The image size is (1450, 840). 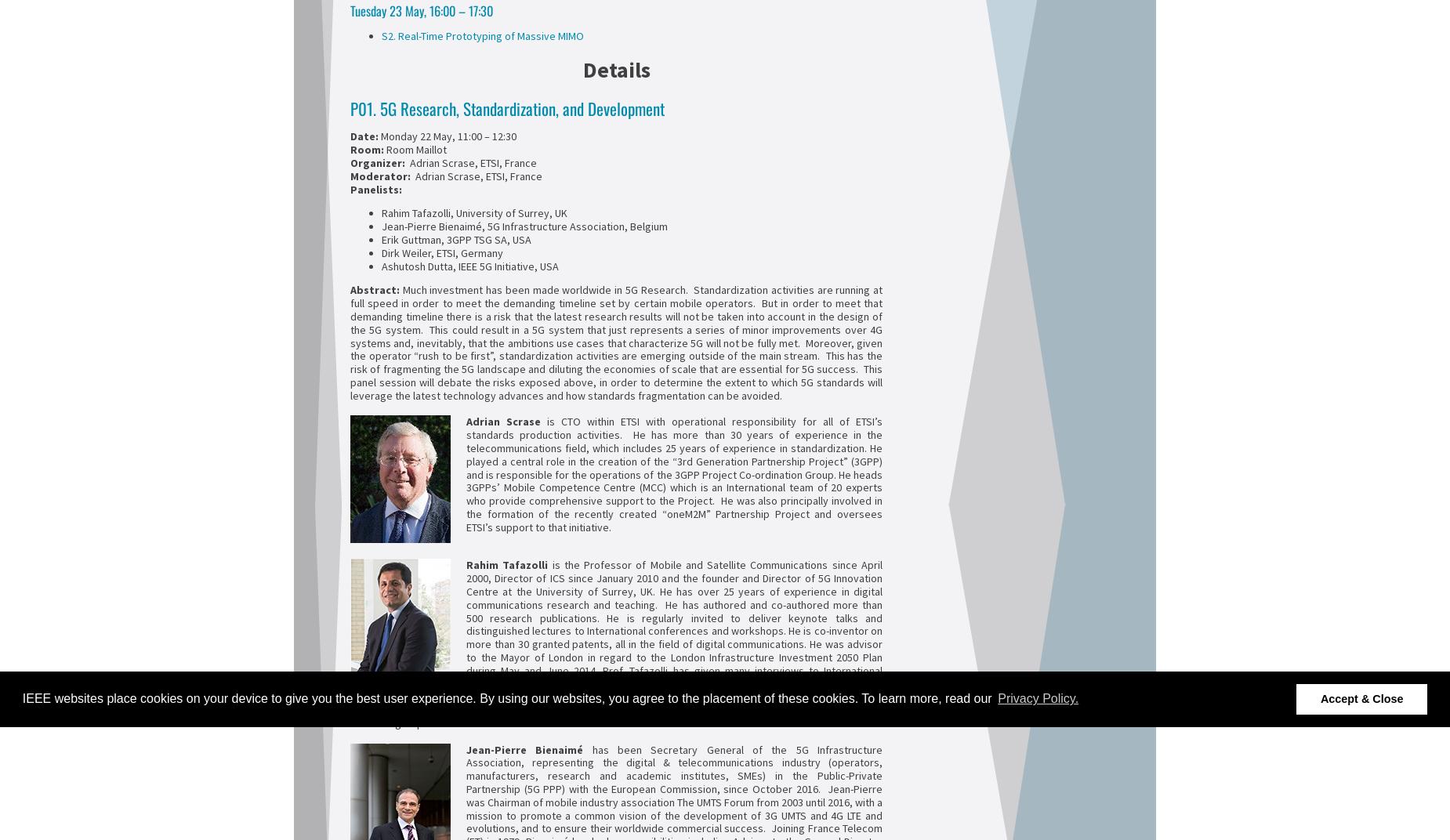 What do you see at coordinates (507, 107) in the screenshot?
I see `'P01. 5G Research, Standardization, and Development'` at bounding box center [507, 107].